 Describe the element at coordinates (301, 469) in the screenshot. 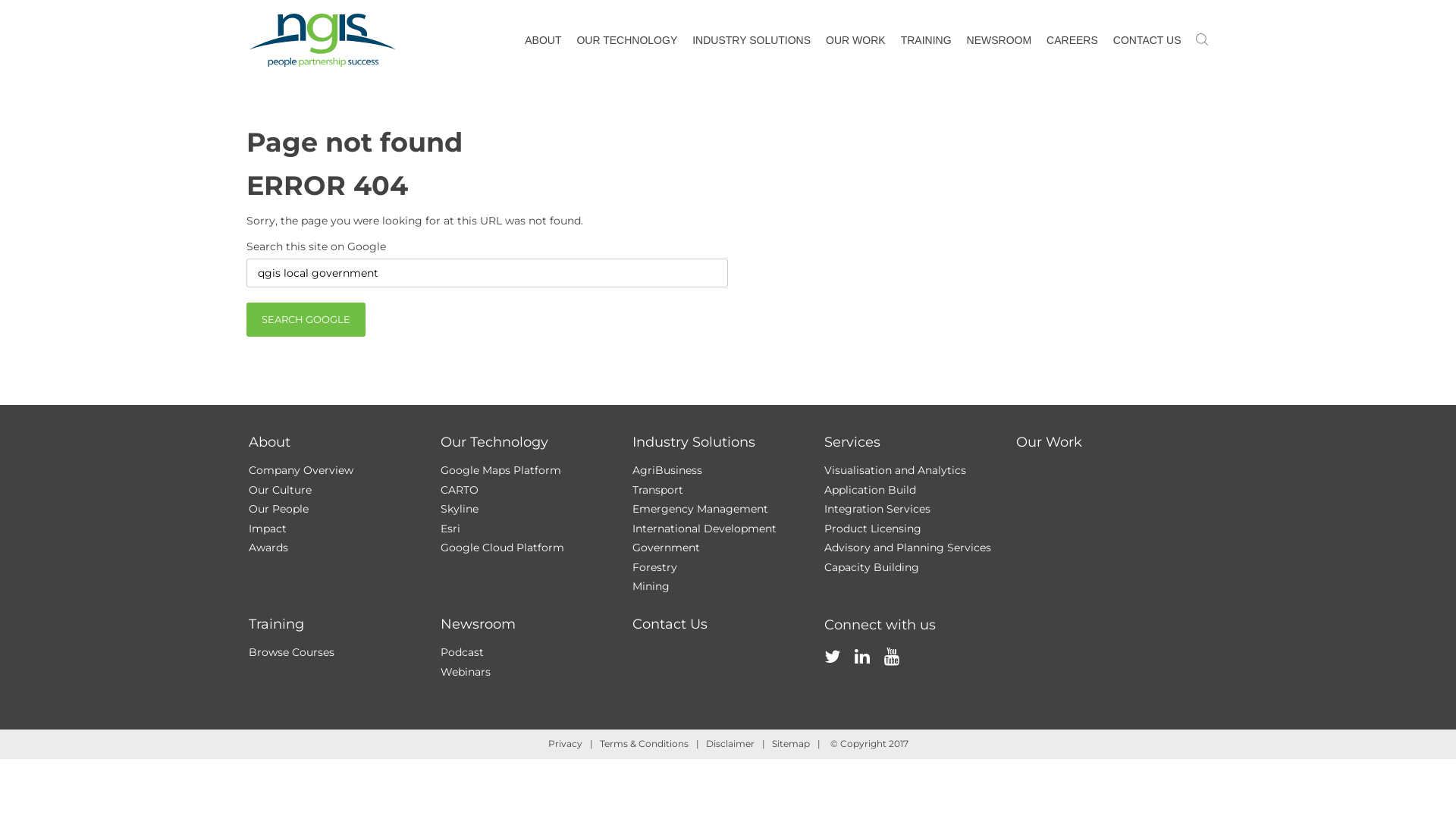

I see `'Company Overview'` at that location.